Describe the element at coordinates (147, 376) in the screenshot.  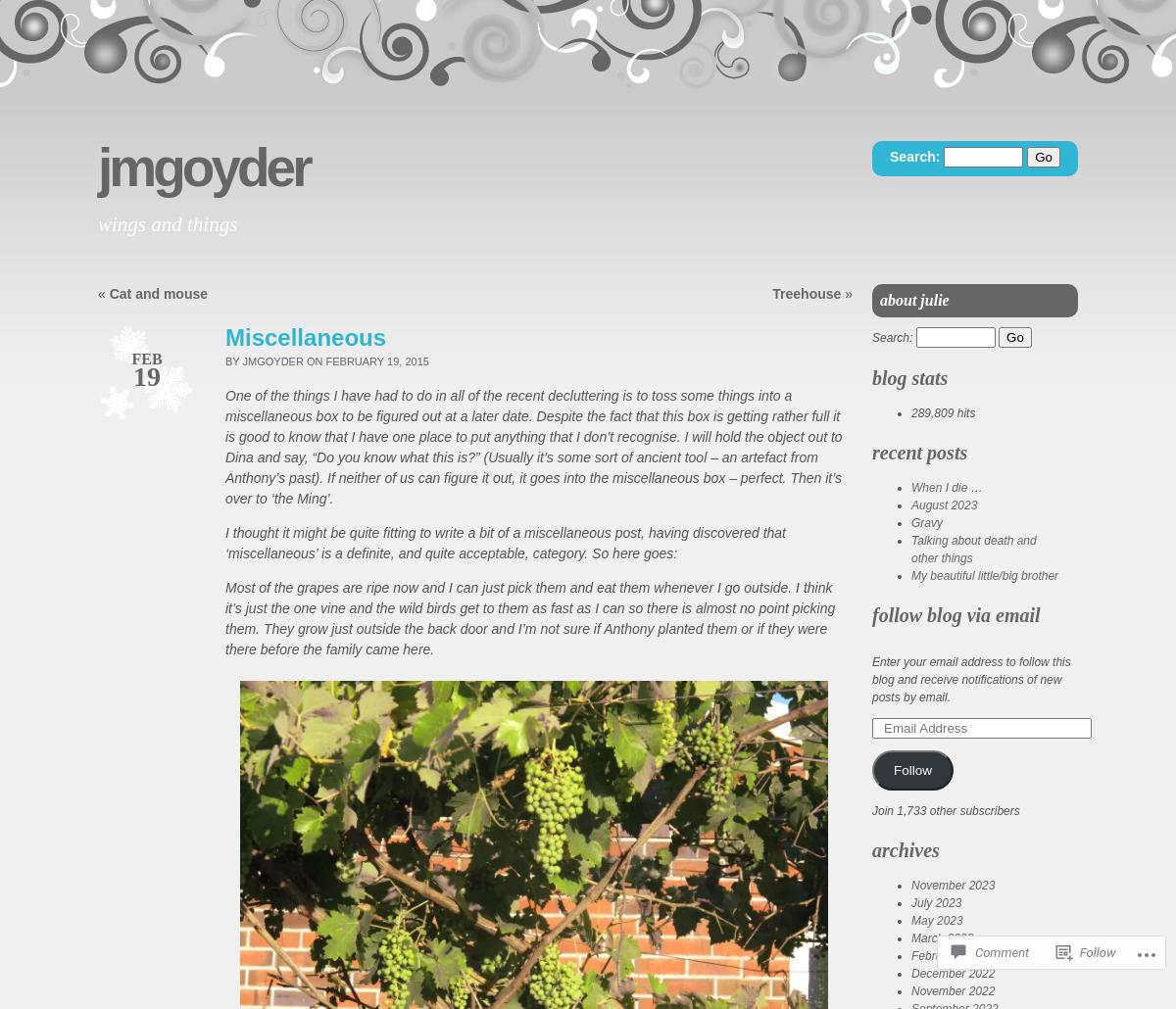
I see `'19'` at that location.